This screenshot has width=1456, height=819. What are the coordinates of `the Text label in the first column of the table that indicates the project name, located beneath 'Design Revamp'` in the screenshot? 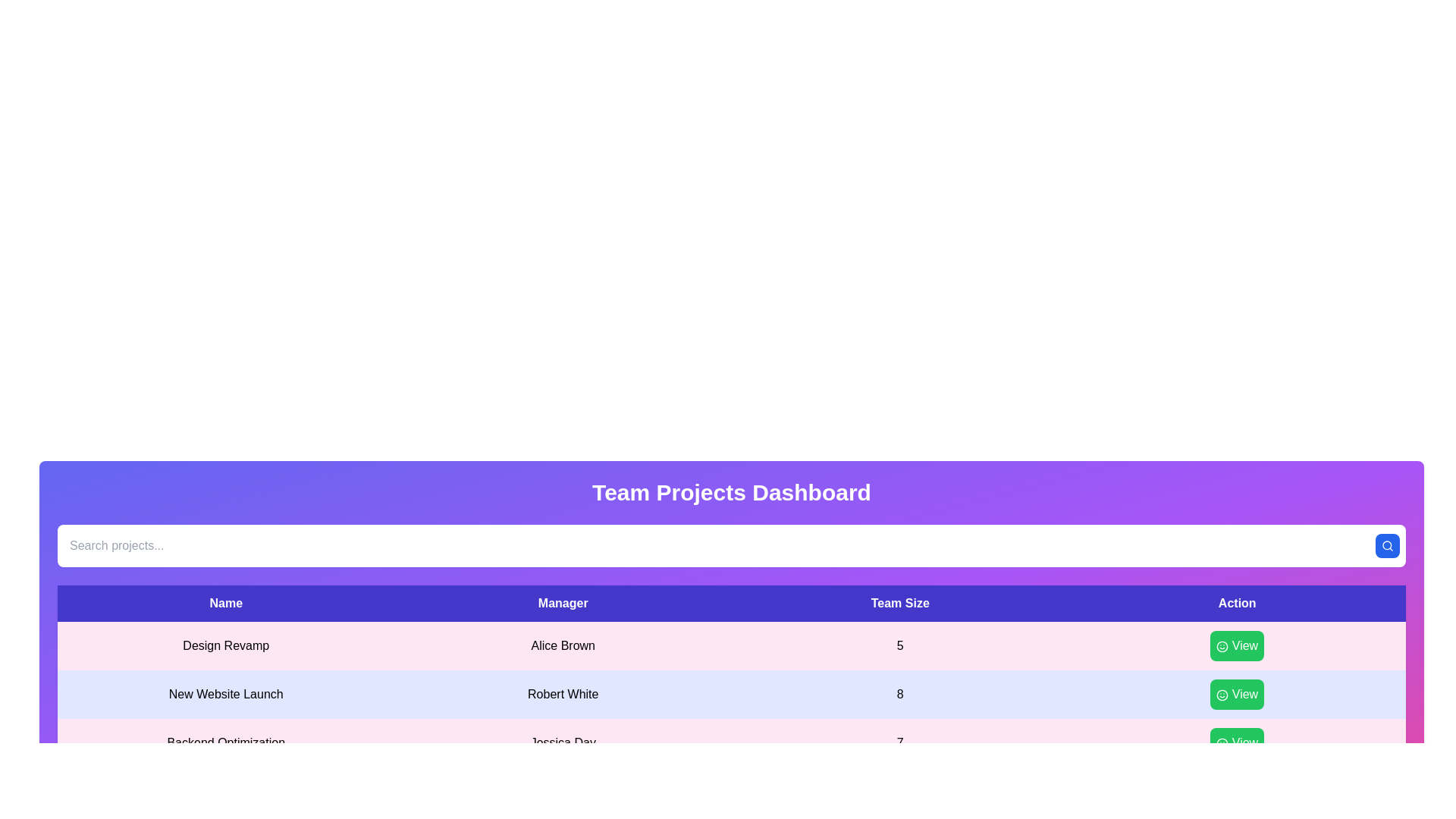 It's located at (225, 694).